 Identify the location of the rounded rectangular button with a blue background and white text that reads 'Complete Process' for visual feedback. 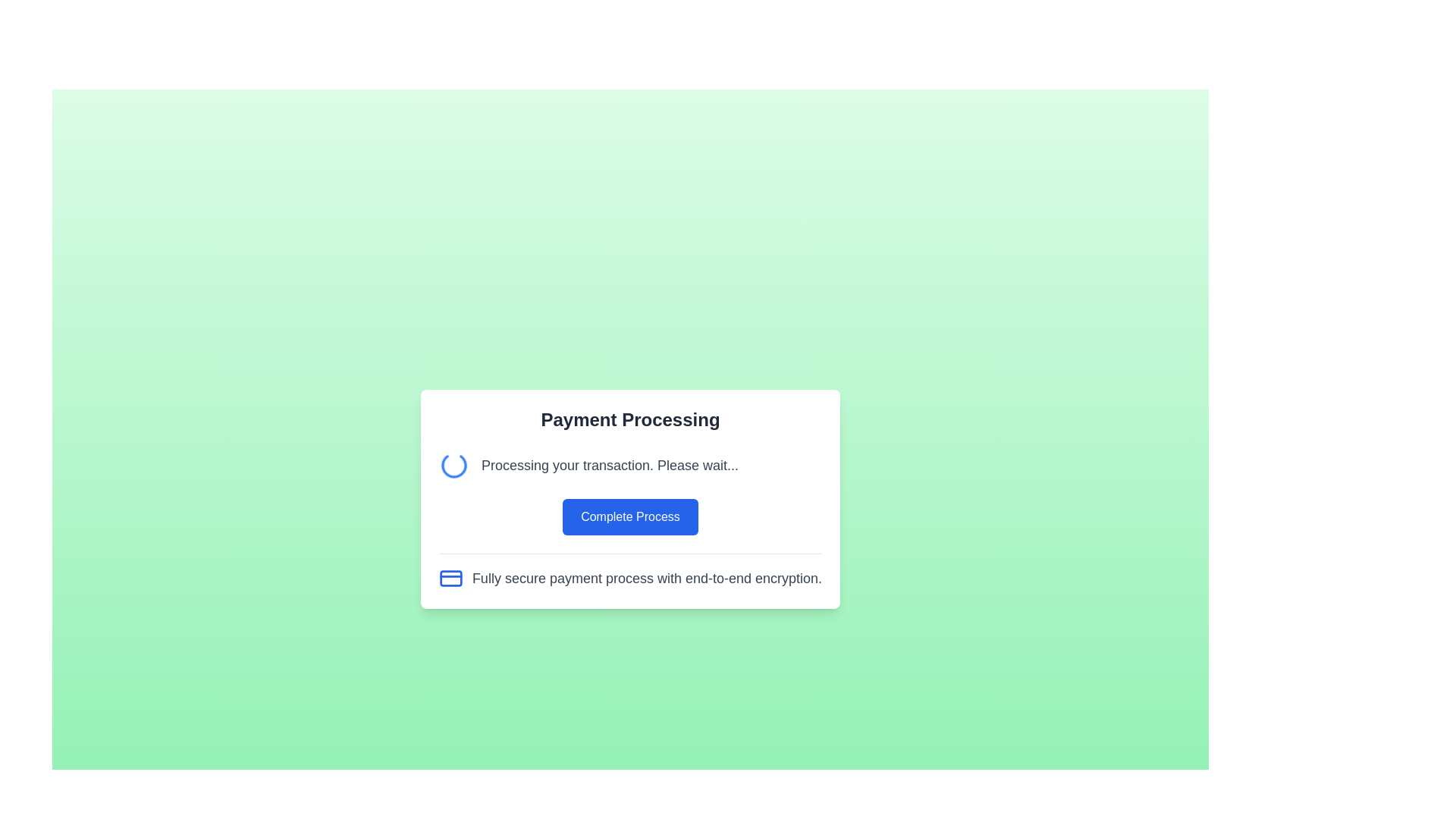
(630, 516).